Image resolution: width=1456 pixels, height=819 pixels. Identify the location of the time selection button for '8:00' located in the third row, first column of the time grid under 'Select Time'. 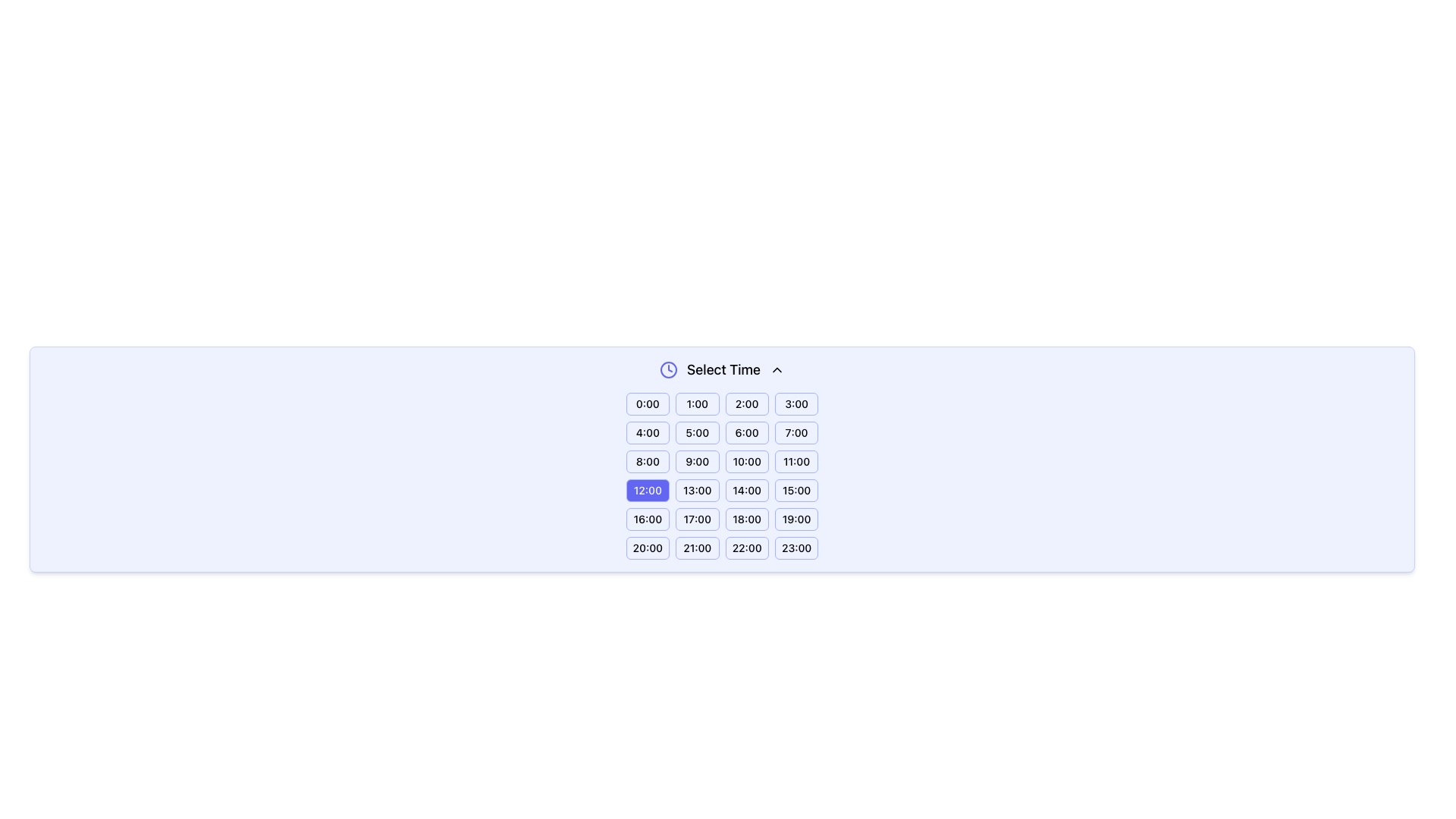
(648, 461).